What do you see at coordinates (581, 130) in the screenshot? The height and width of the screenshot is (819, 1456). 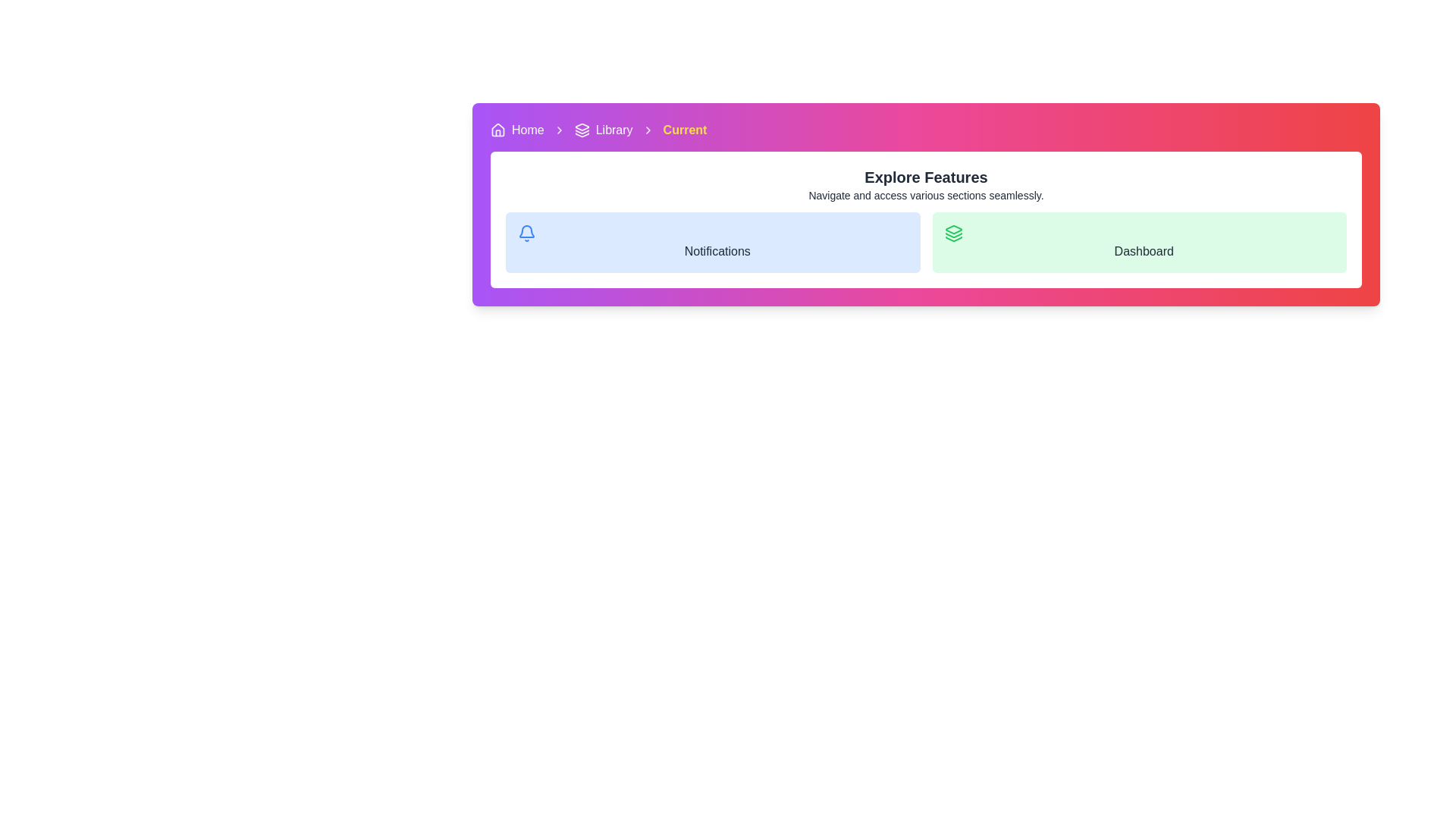 I see `the decorative icon representing the 'Library' feature, which is located to the left of the text link in the navigation bar` at bounding box center [581, 130].